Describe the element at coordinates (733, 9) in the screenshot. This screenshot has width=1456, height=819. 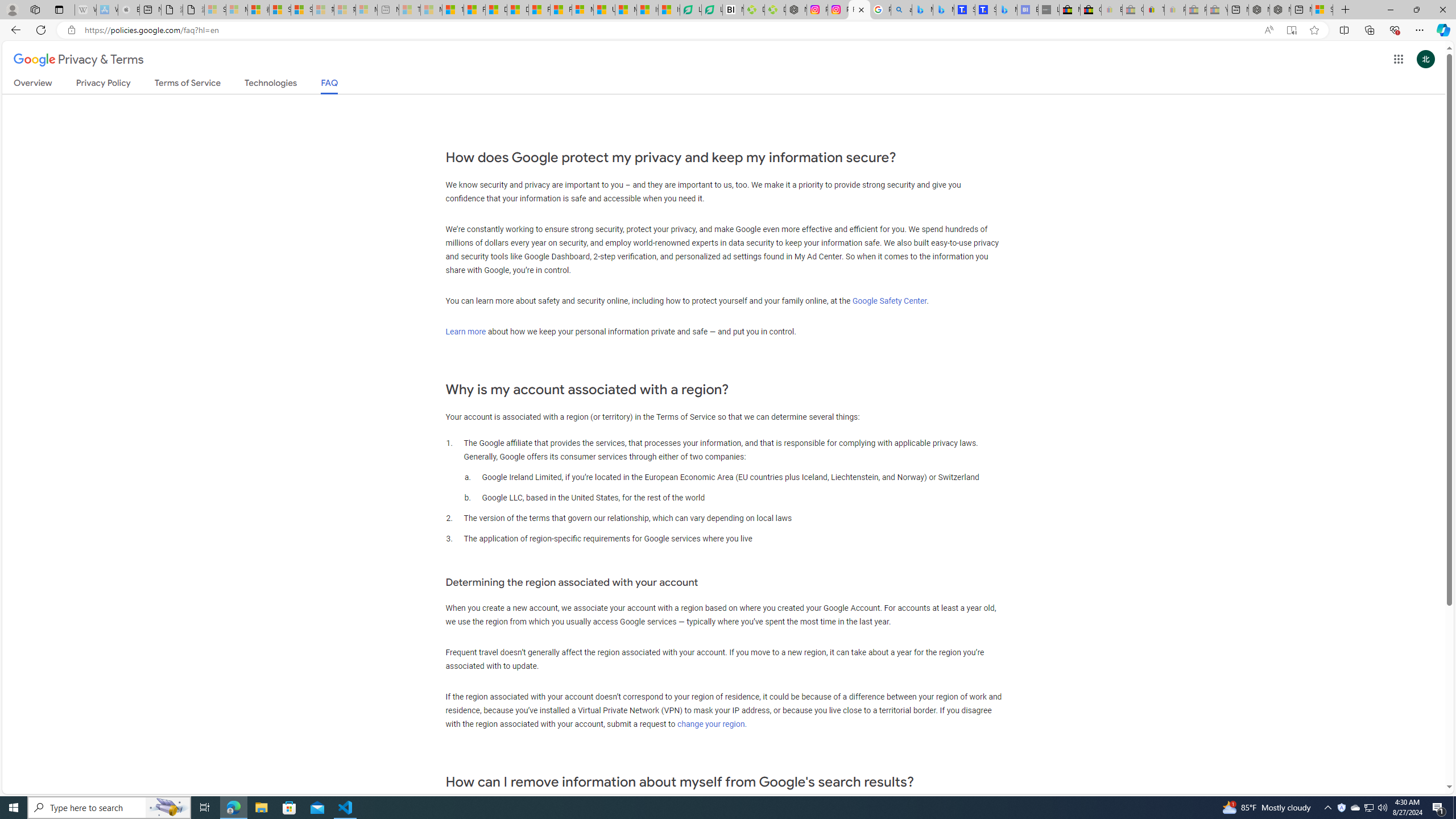
I see `'Nvidia va a poner a prueba la paciencia de los inversores'` at that location.